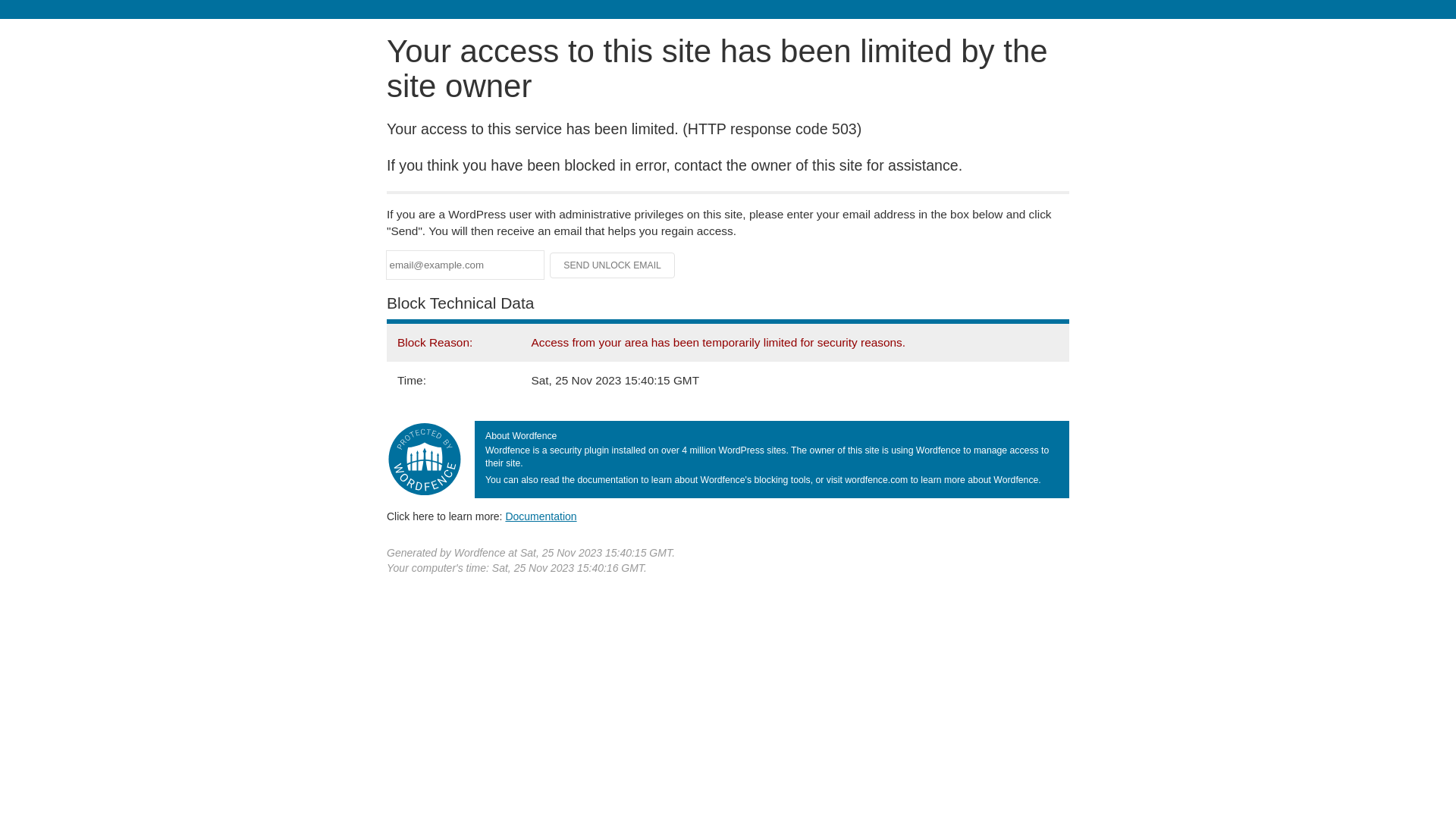 The height and width of the screenshot is (819, 1456). What do you see at coordinates (612, 265) in the screenshot?
I see `'Send Unlock Email'` at bounding box center [612, 265].